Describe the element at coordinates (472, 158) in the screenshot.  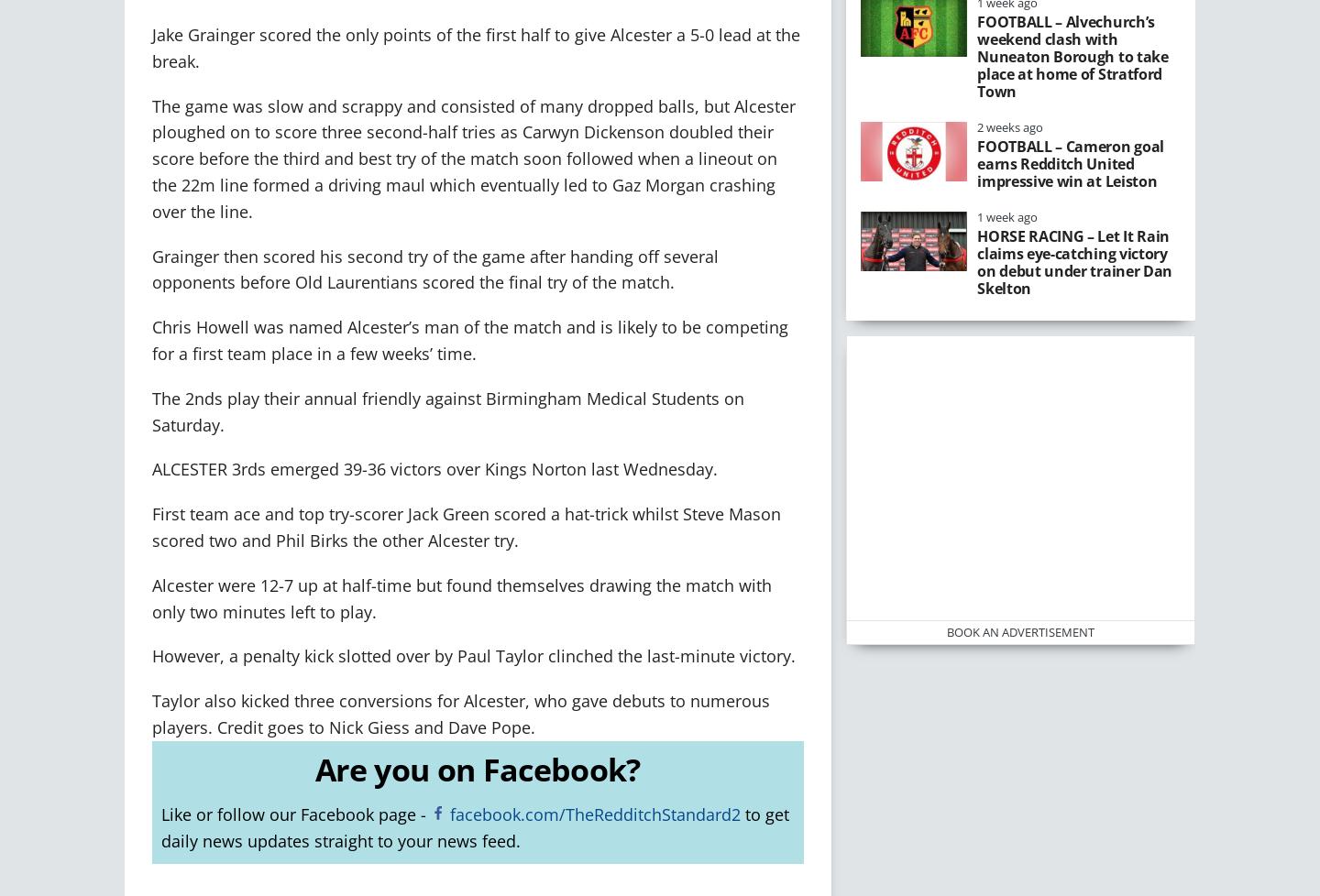
I see `'The game was slow and scrappy and consisted of many dropped balls, but Alcester ploughed on to score three second-half tries as Carwyn Dickenson doubled their score before the third and best try of the match soon followed when a lineout on the 22m line formed a driving maul which eventually led to Gaz Morgan crashing over the line.'` at that location.